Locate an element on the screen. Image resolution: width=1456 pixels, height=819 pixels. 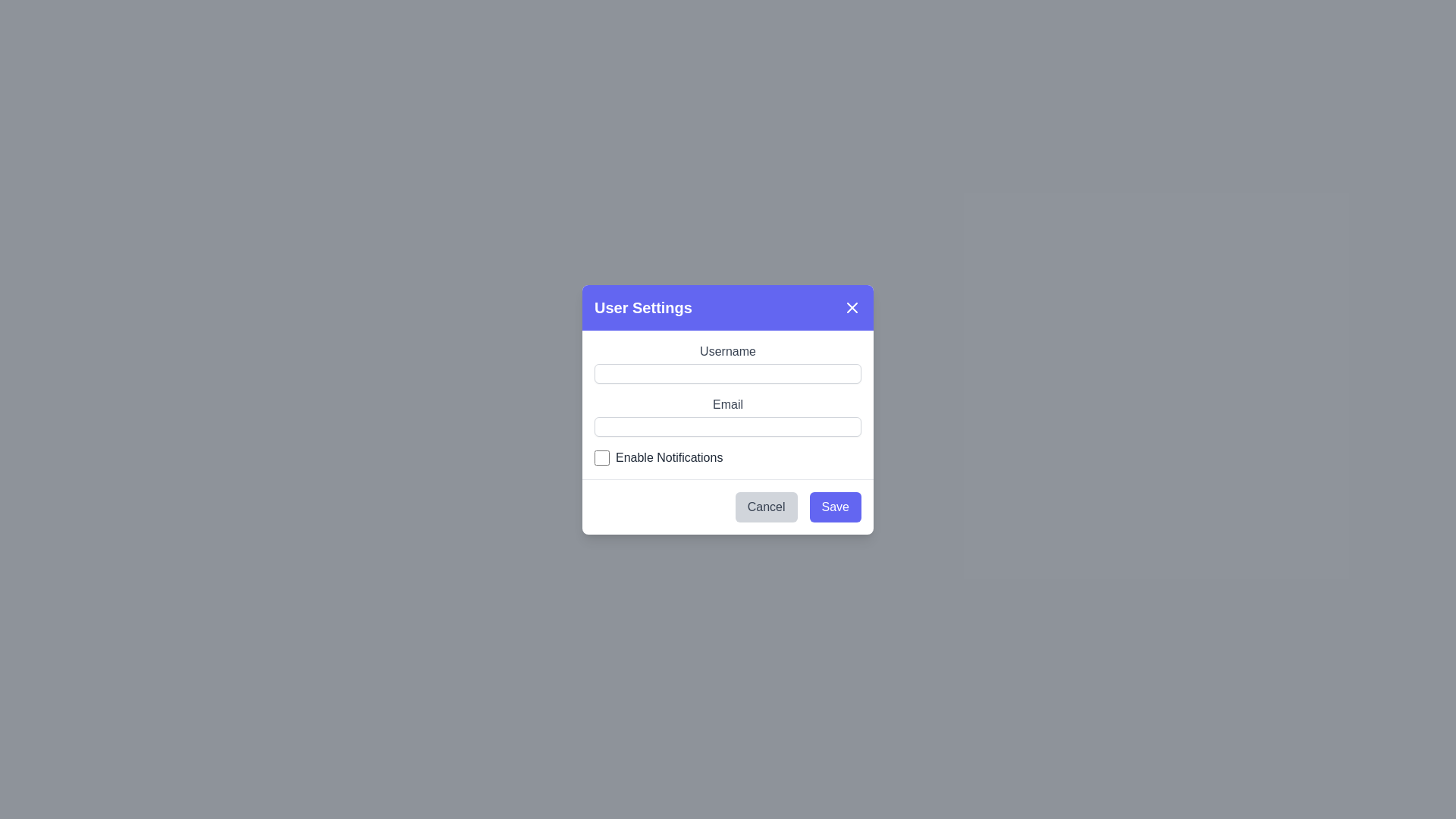
the 'Enable Notifications' label, which is positioned to the right of the adjacent checkbox within the modal is located at coordinates (668, 457).